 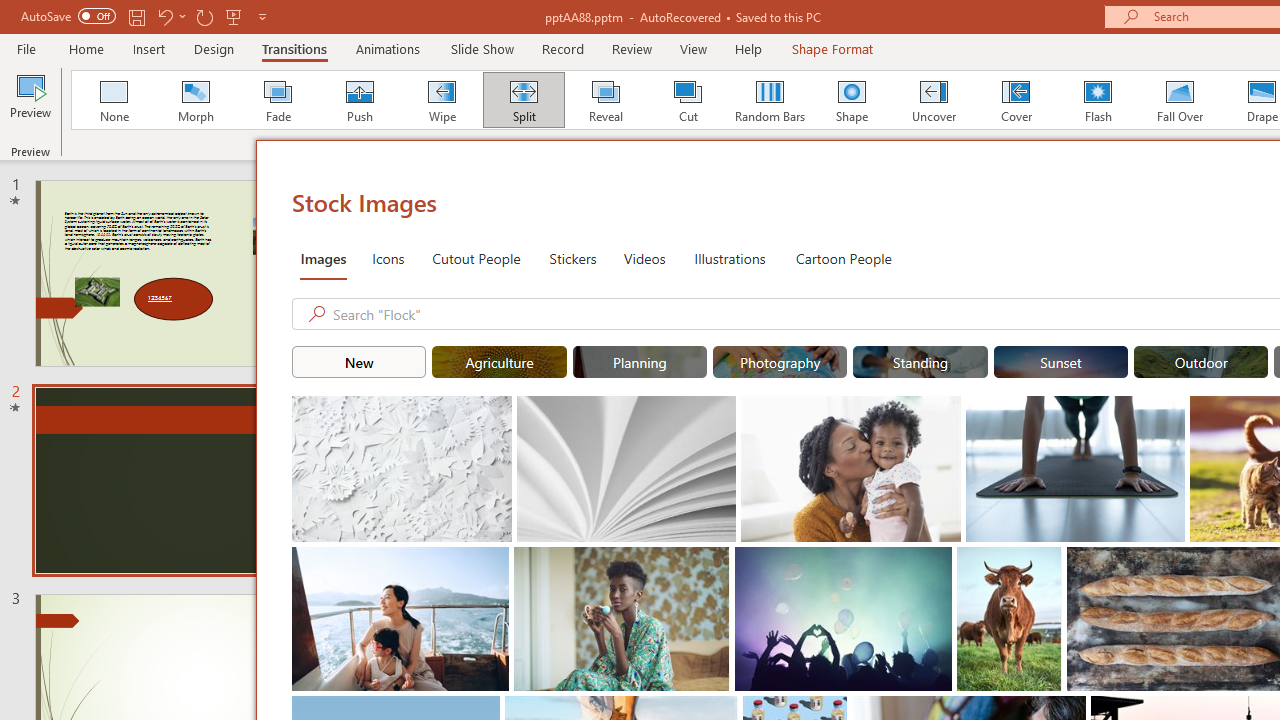 What do you see at coordinates (164, 16) in the screenshot?
I see `'Undo'` at bounding box center [164, 16].